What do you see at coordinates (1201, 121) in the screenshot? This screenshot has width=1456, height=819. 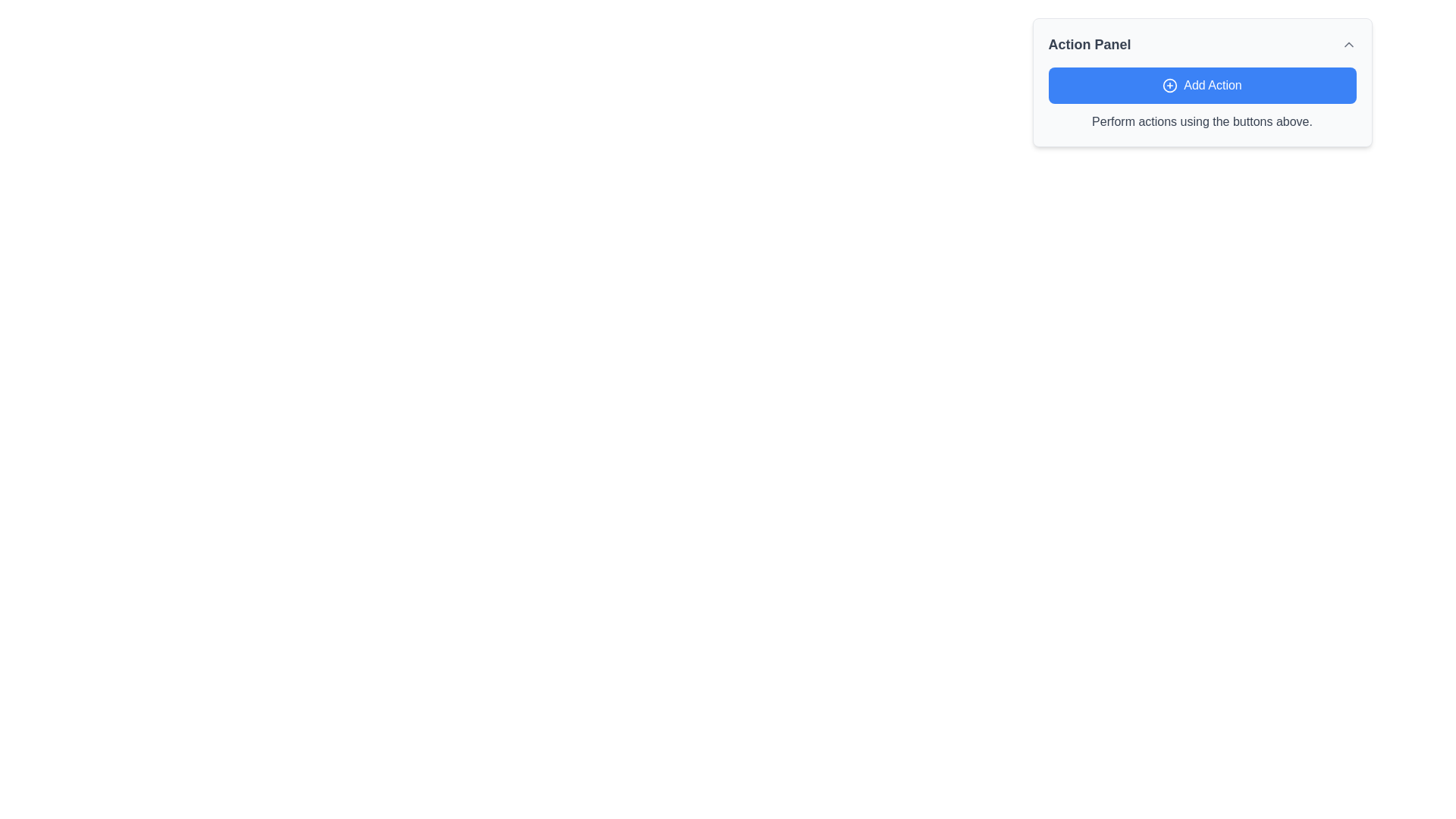 I see `the descriptive text label that provides instructions to the user, located below the 'Add Action' button` at bounding box center [1201, 121].